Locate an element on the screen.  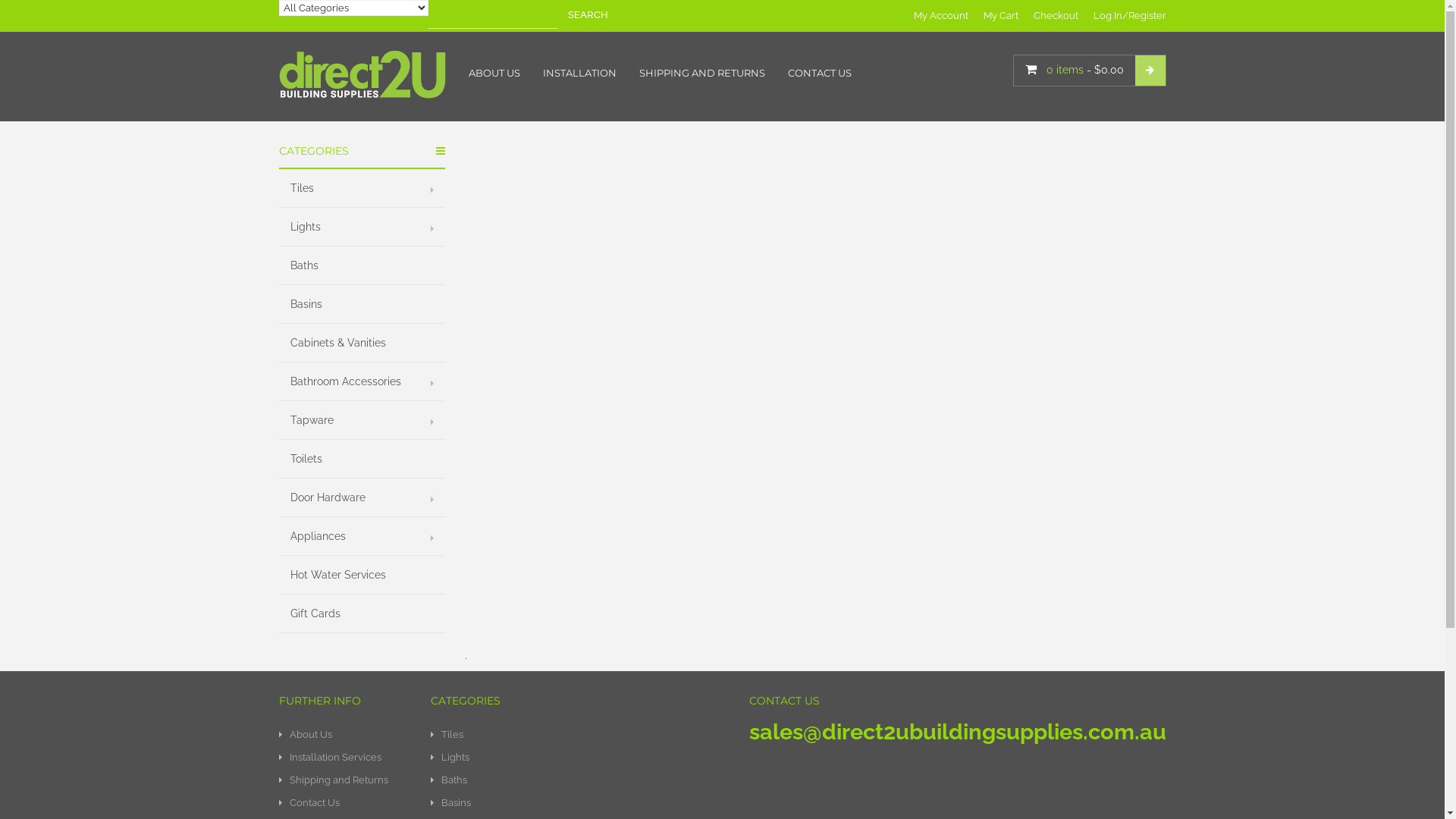
'About Us' is located at coordinates (279, 733).